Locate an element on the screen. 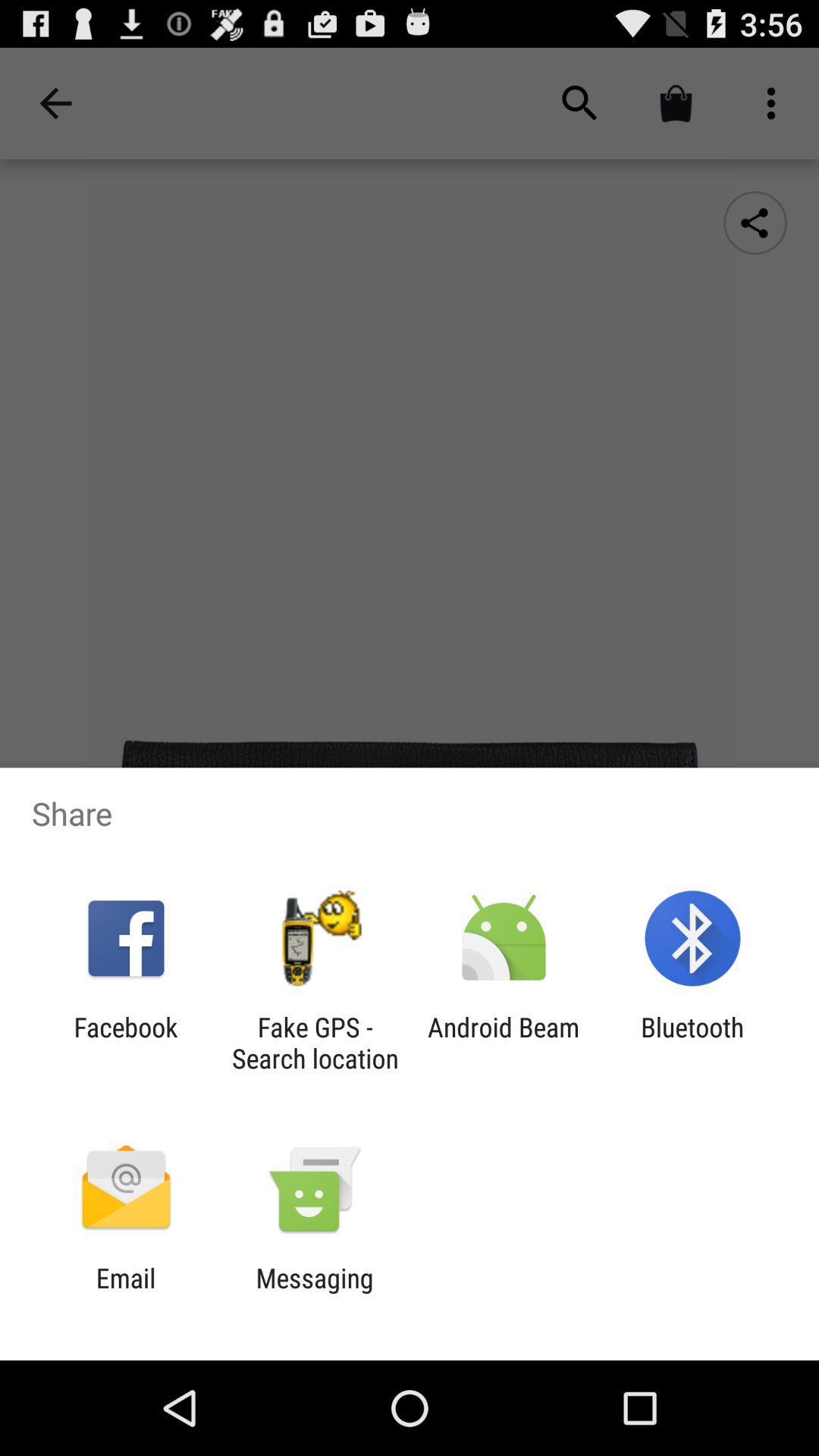 The image size is (819, 1456). item to the left of bluetooth item is located at coordinates (504, 1042).